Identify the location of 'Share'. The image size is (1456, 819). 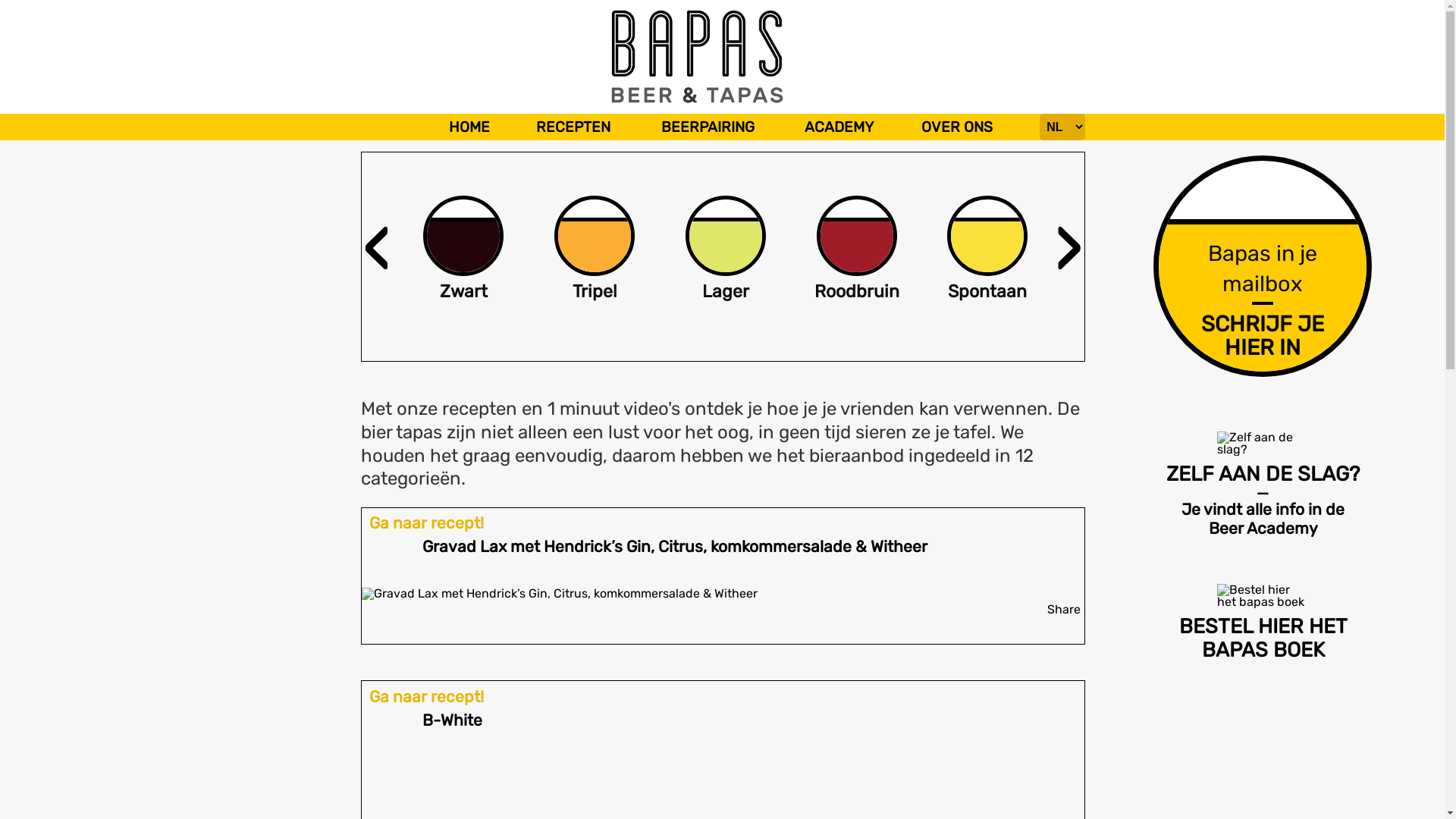
(1062, 608).